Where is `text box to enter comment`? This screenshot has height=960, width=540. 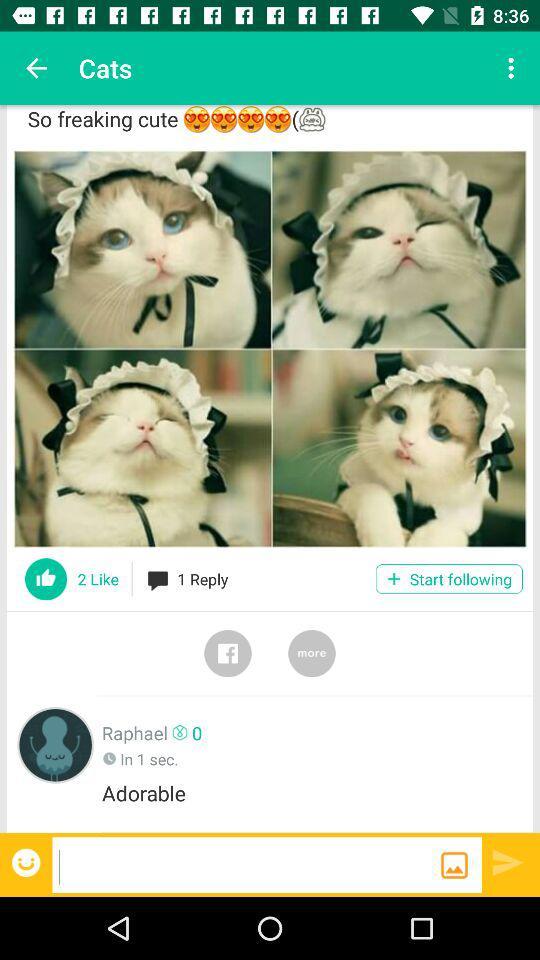
text box to enter comment is located at coordinates (246, 863).